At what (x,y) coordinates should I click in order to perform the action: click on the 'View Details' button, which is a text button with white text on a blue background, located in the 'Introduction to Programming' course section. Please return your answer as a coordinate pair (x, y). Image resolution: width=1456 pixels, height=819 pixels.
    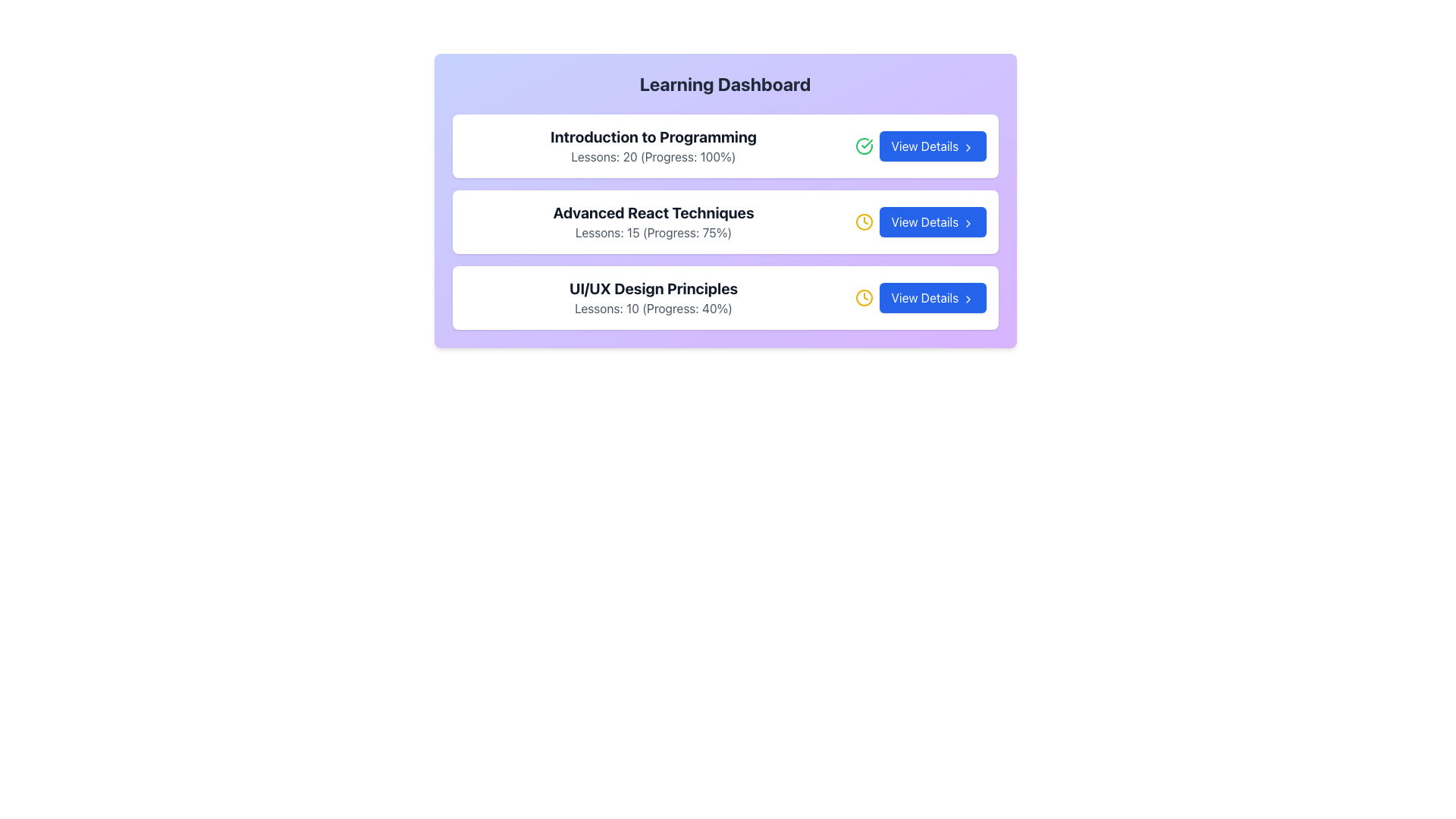
    Looking at the image, I should click on (920, 146).